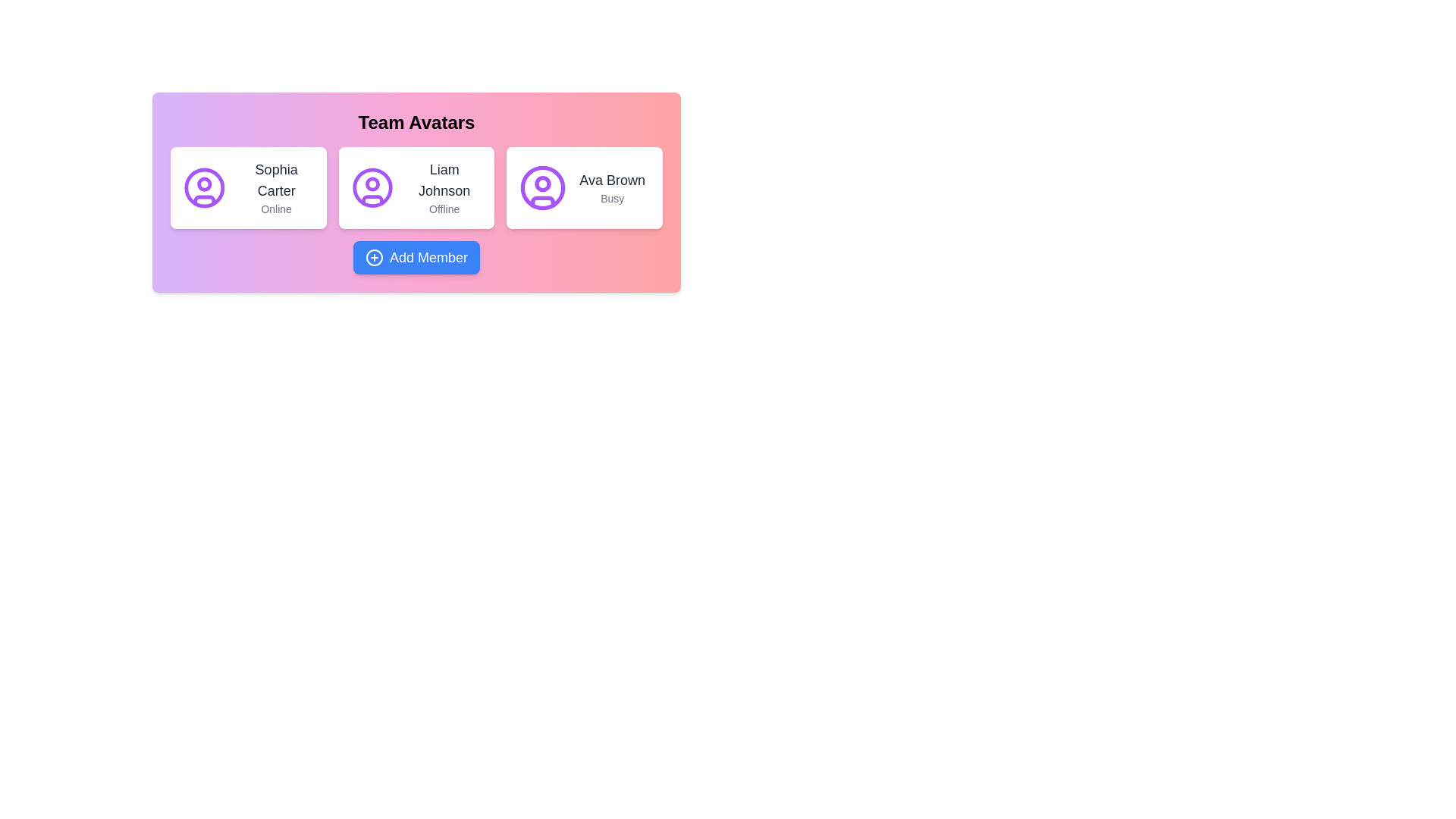 The height and width of the screenshot is (819, 1456). Describe the element at coordinates (375, 256) in the screenshot. I see `the circular icon with a plus symbol inside, which represents adding new items or members, located to the left of the 'Add Member' button at the bottom center of the interface` at that location.